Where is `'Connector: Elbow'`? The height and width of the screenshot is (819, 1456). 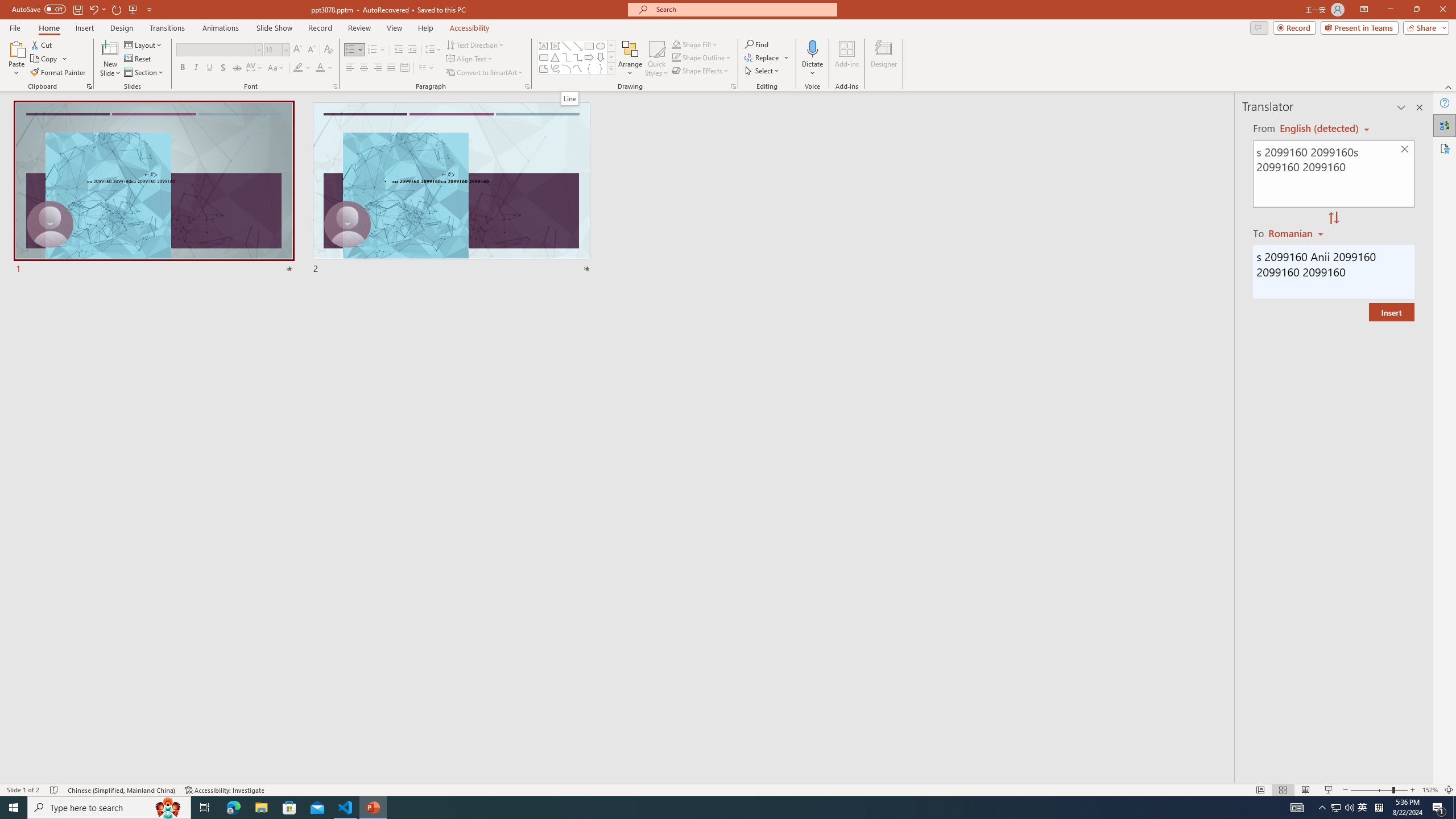
'Connector: Elbow' is located at coordinates (565, 56).